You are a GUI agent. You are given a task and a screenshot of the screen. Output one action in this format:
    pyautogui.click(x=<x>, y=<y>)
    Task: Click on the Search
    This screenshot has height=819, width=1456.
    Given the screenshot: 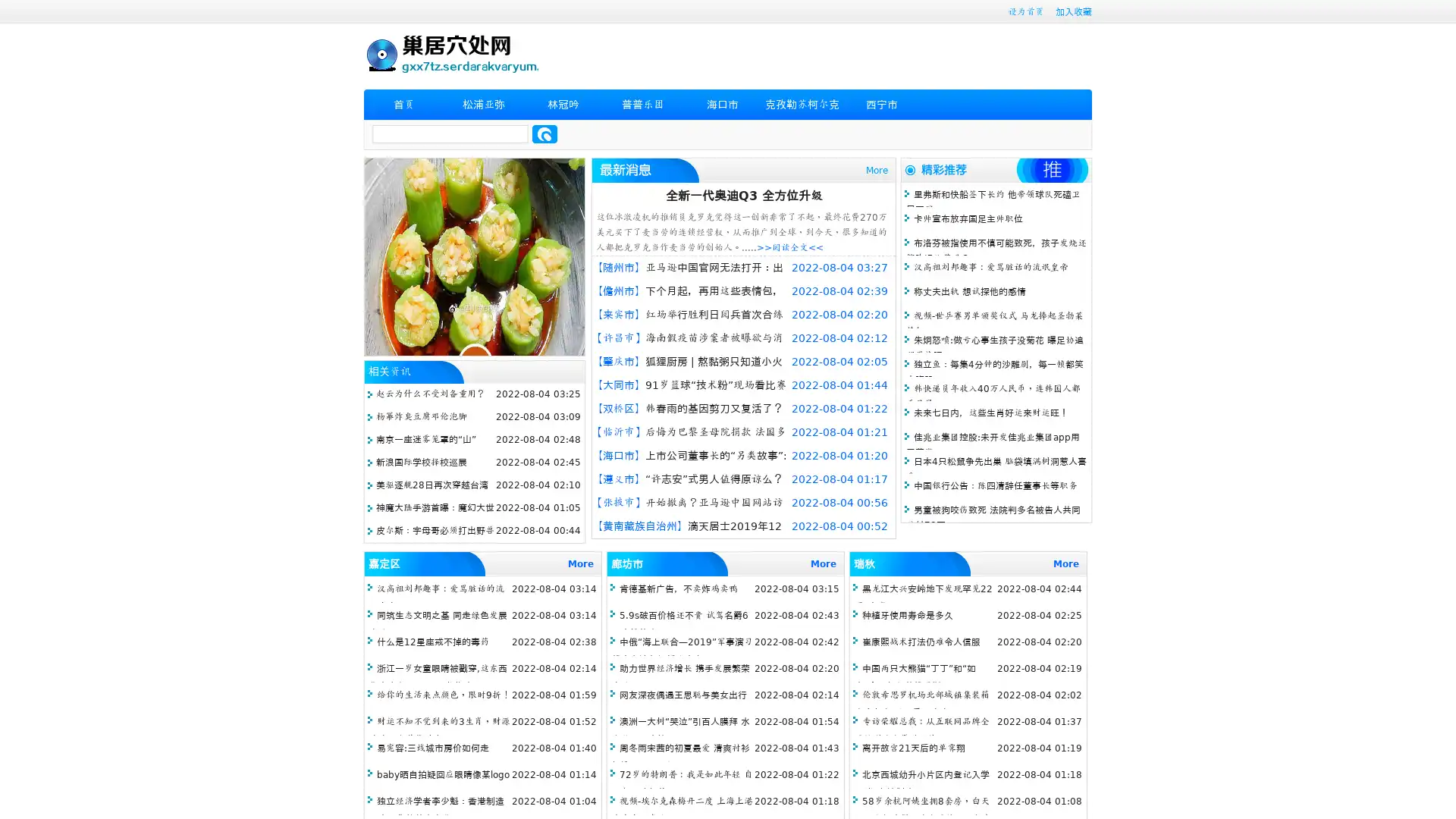 What is the action you would take?
    pyautogui.click(x=544, y=133)
    